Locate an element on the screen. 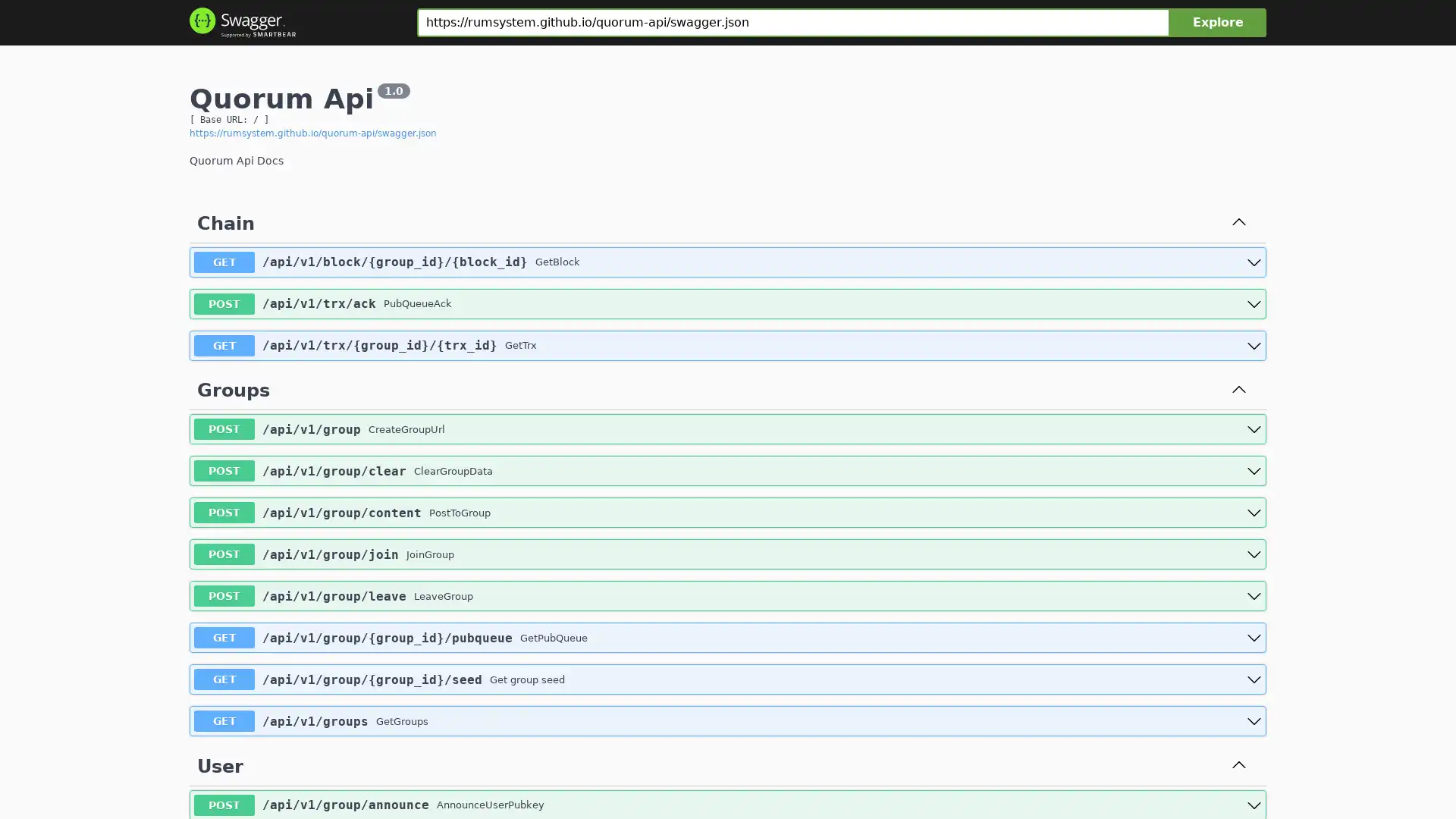 The image size is (1456, 819). post /api/v1/group/clear is located at coordinates (728, 470).